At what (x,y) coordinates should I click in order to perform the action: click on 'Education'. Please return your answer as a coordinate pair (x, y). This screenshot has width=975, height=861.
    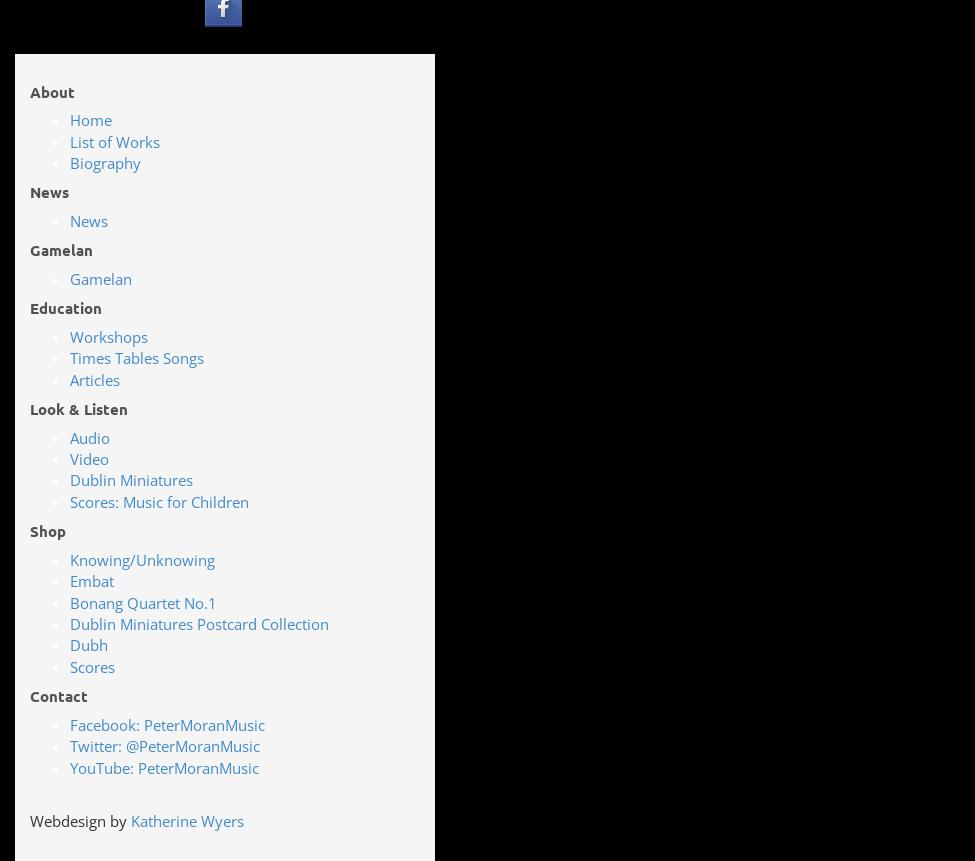
    Looking at the image, I should click on (66, 307).